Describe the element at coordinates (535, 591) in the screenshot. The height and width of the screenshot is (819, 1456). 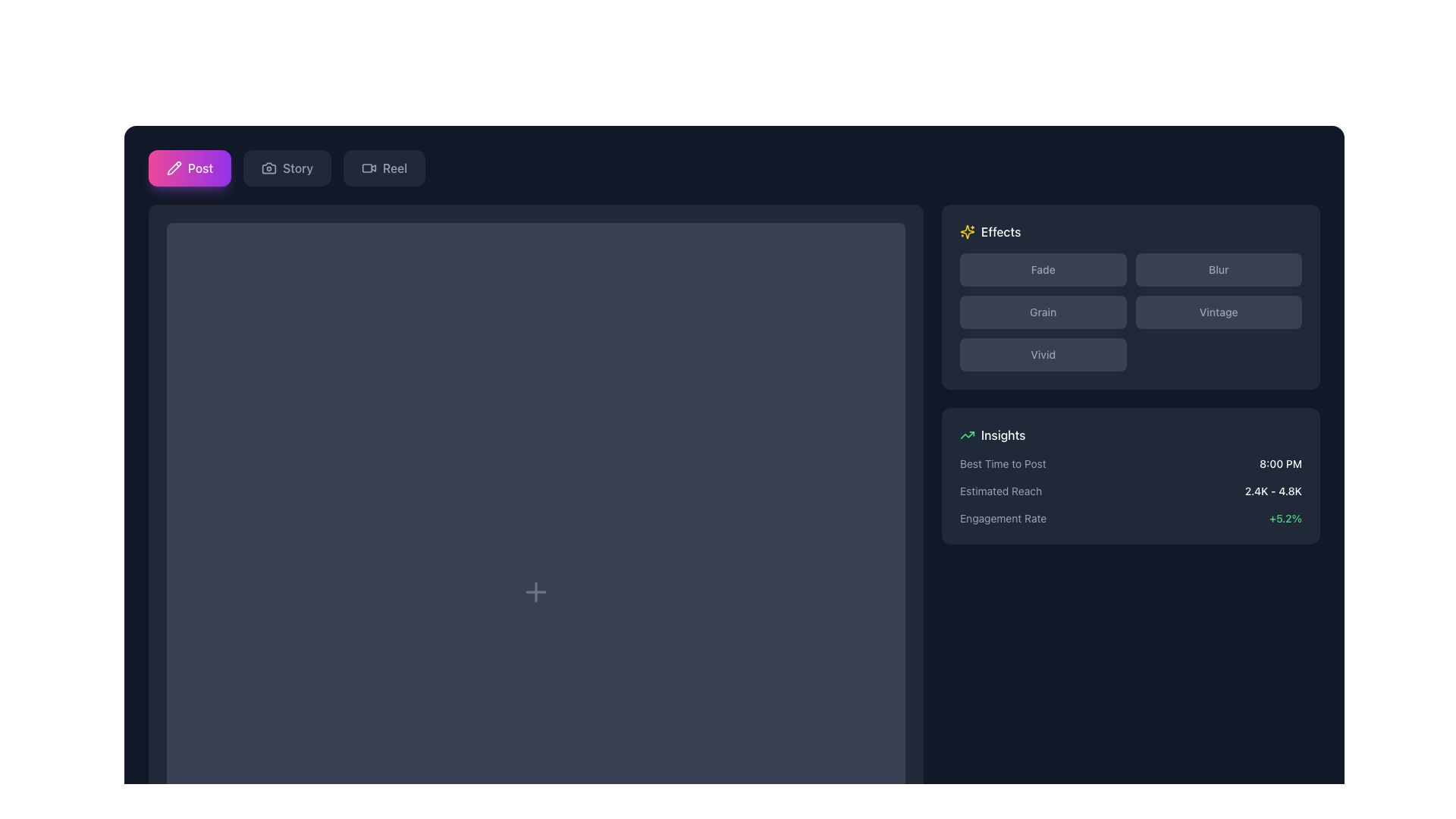
I see `the '+' icon located centrally within a dark background area` at that location.